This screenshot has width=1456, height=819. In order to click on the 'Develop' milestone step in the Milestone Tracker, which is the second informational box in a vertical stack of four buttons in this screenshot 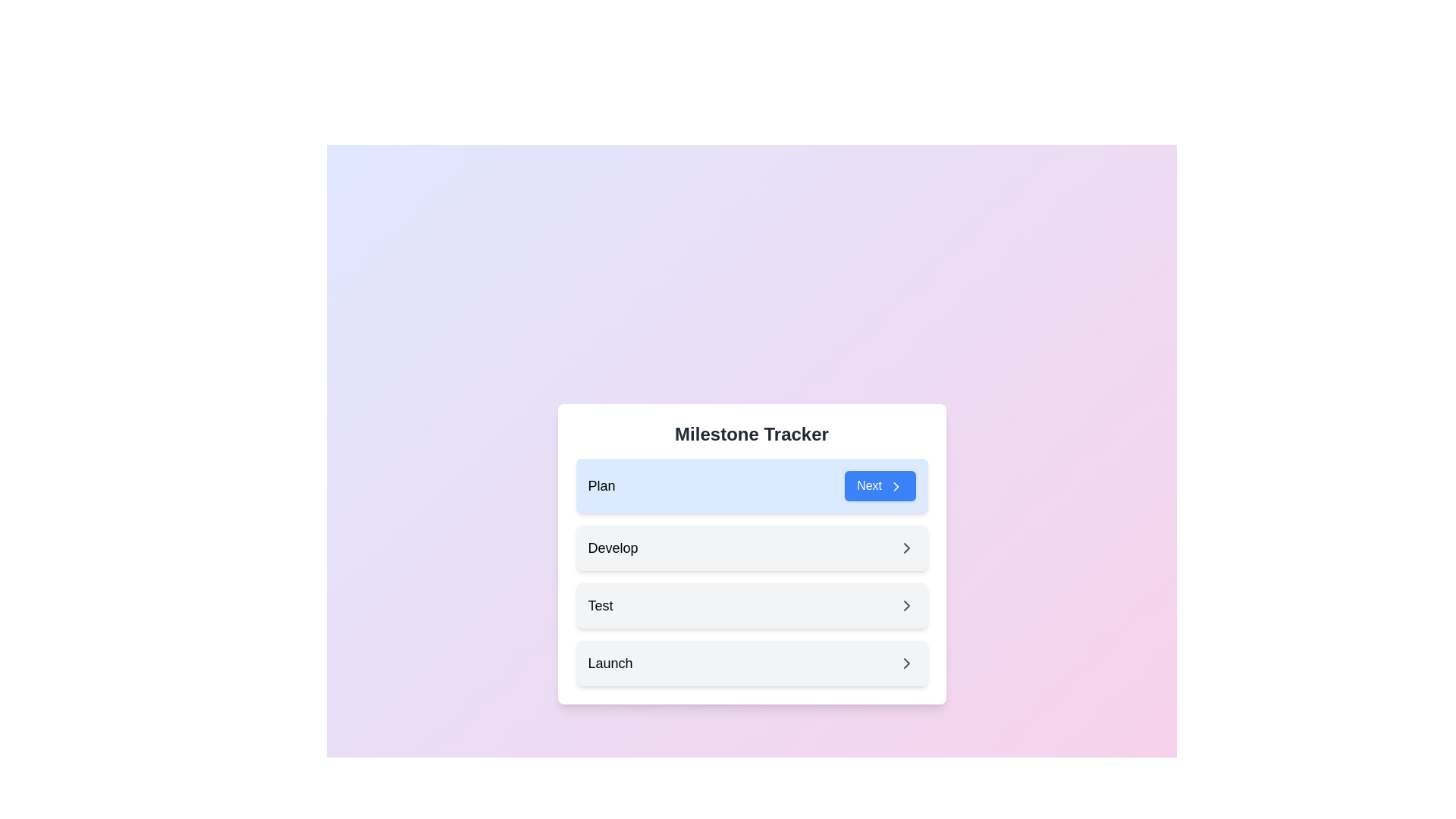, I will do `click(752, 548)`.